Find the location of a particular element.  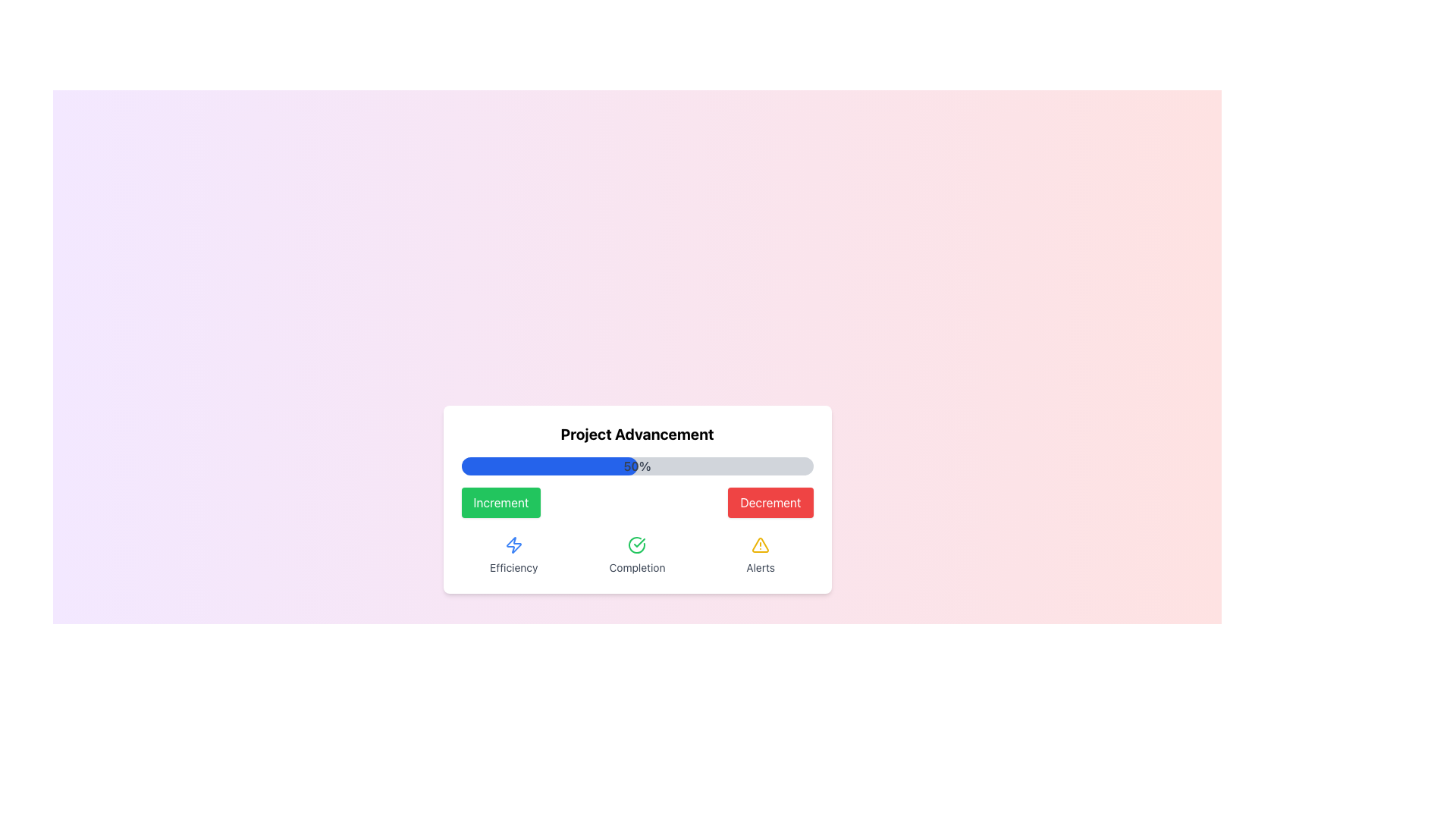

the text label that describes the associated warning indicator below the warning triangle icon and the 'Decrement' button is located at coordinates (761, 567).